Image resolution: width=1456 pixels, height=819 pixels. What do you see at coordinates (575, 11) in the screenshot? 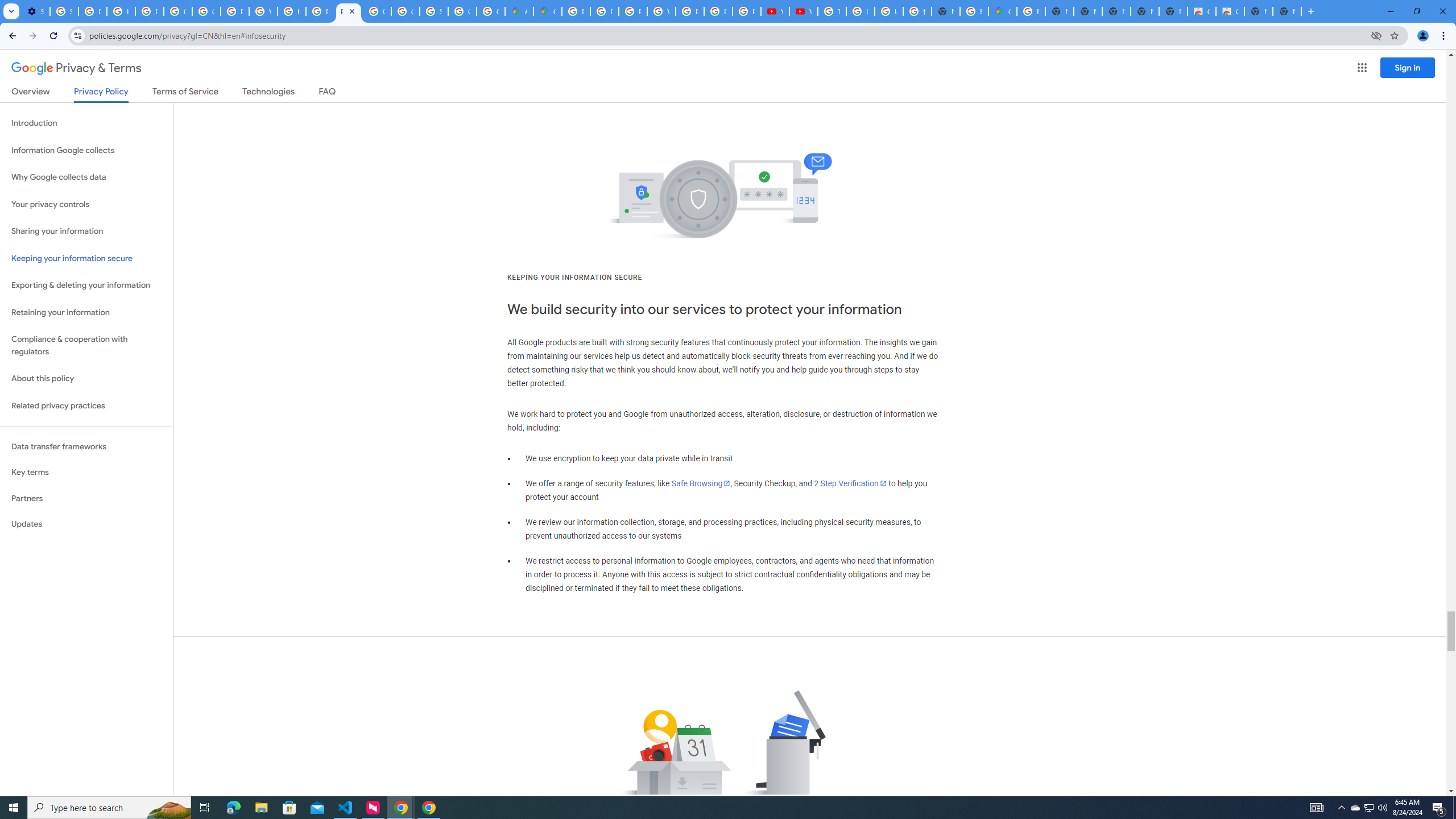
I see `'Policy Accountability and Transparency - Transparency Center'` at bounding box center [575, 11].